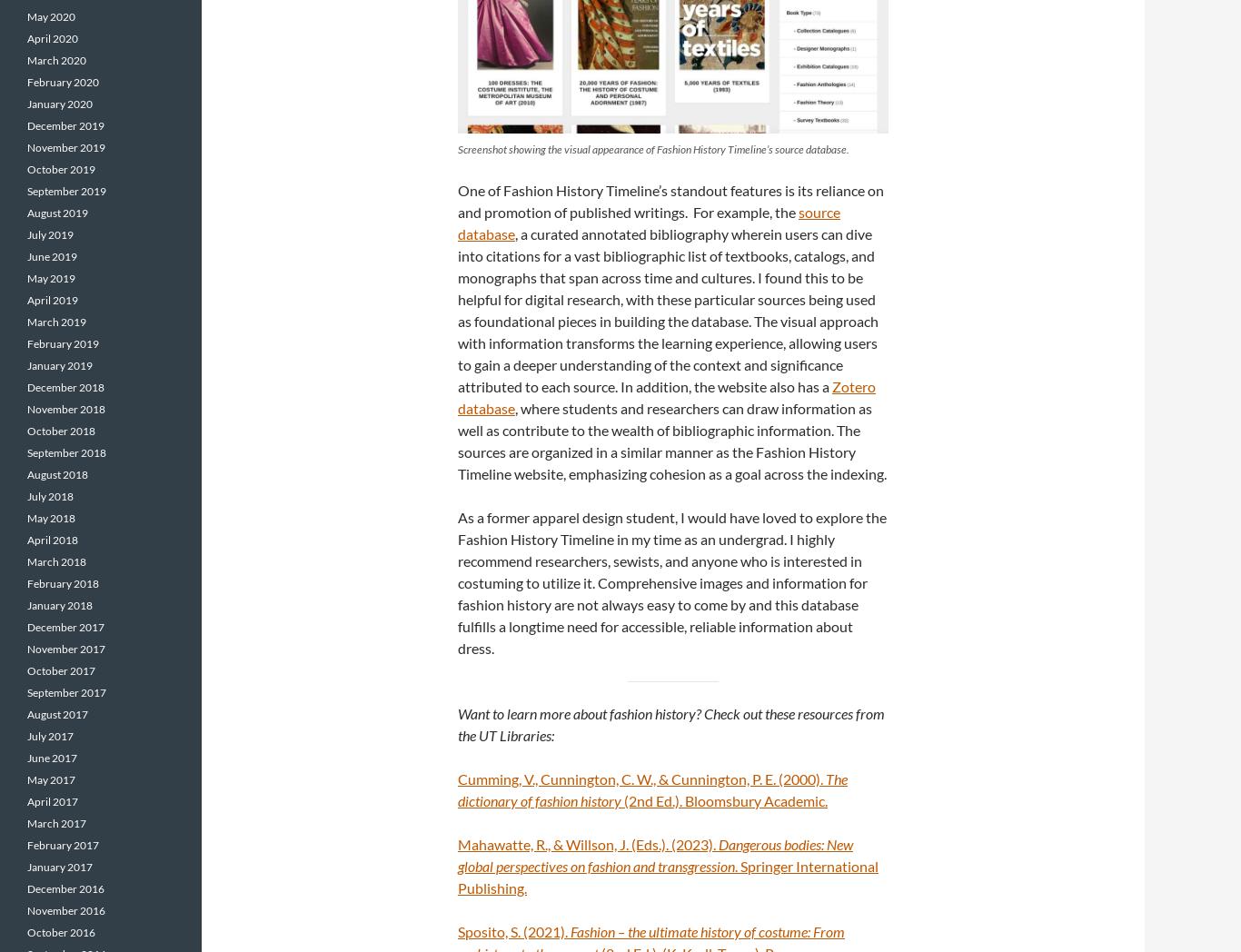 This screenshot has height=952, width=1241. I want to click on '. Bloomsbury Academic.', so click(752, 798).